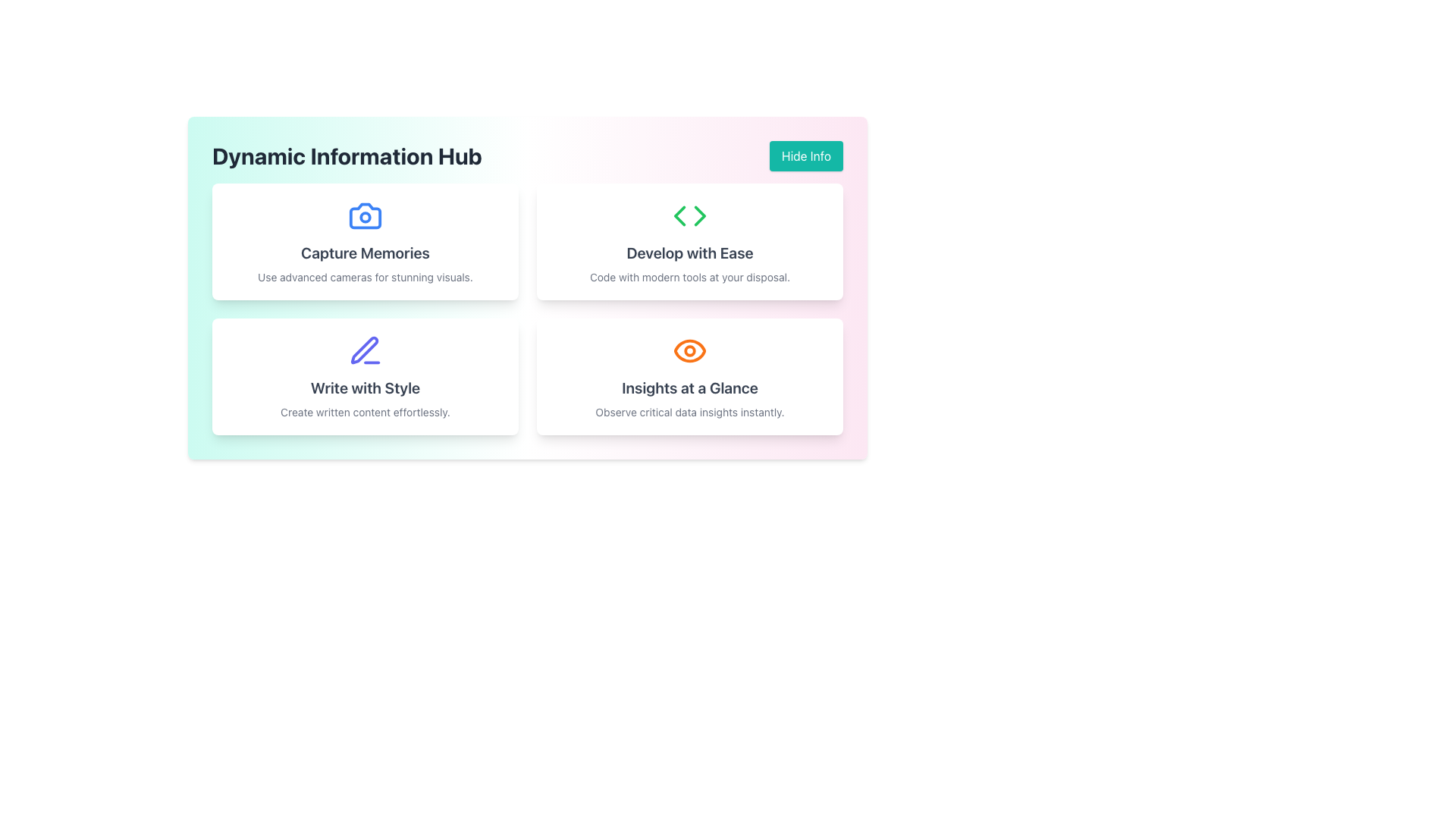 The height and width of the screenshot is (819, 1456). Describe the element at coordinates (689, 253) in the screenshot. I see `text label that states 'Develop with Ease', which is styled in bold font and is center-aligned within its card in the upper-right section of the grid` at that location.